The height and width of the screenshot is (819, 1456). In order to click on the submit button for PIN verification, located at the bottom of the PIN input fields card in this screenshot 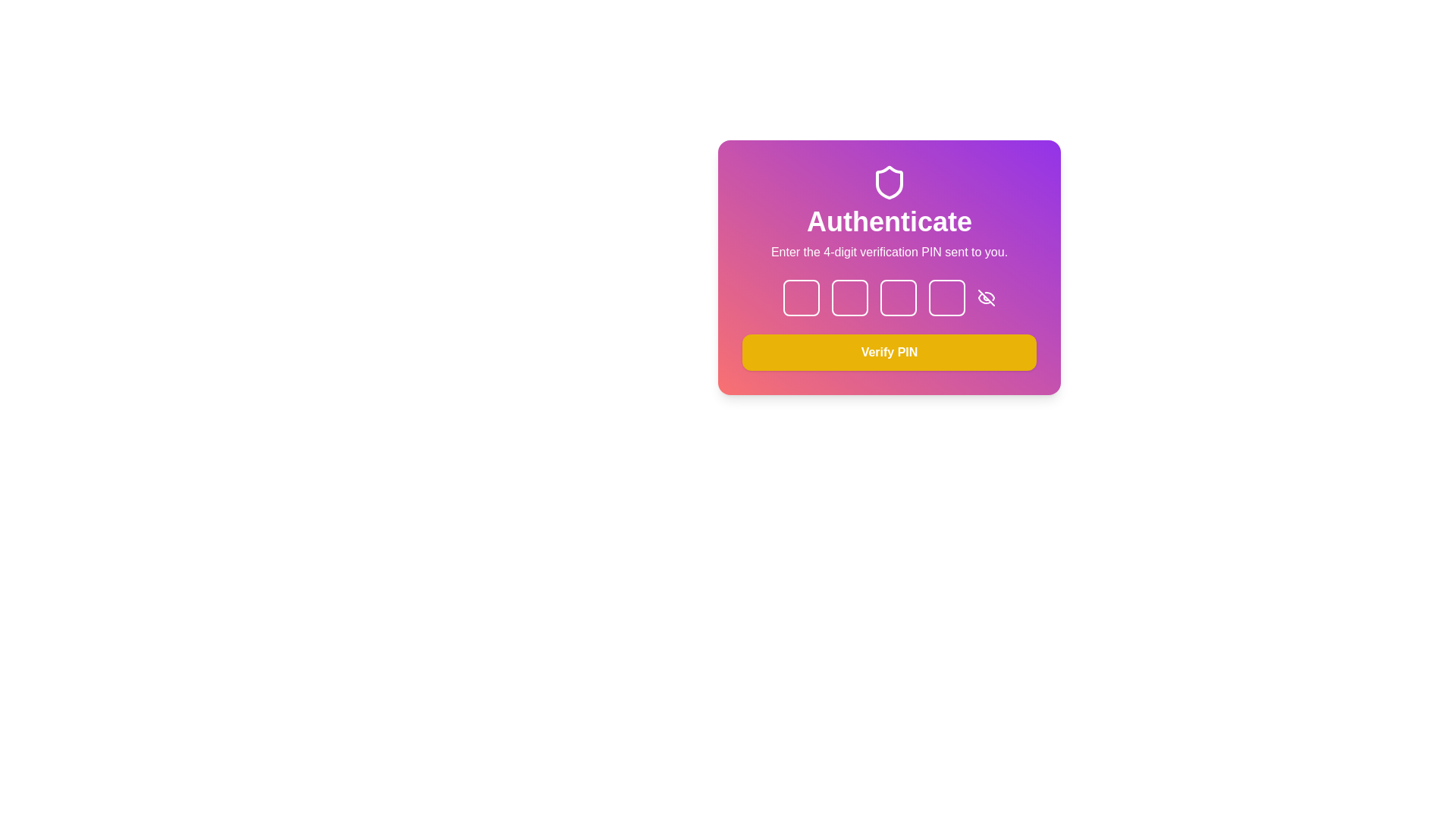, I will do `click(889, 353)`.